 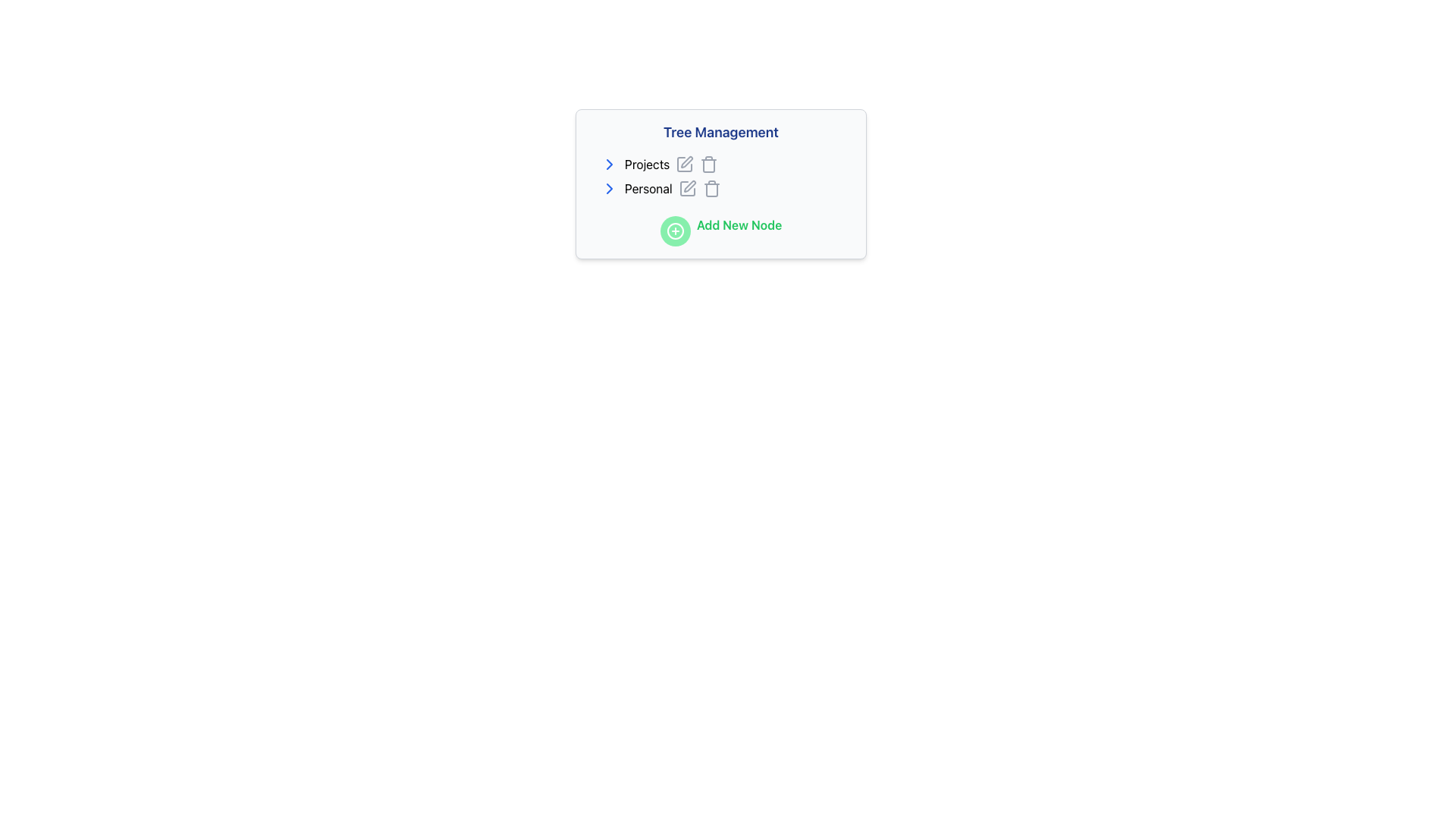 I want to click on the trash bin icon to initiate the delete action for the 'Personal' item, which is located to the far right of the item in the list, so click(x=711, y=189).